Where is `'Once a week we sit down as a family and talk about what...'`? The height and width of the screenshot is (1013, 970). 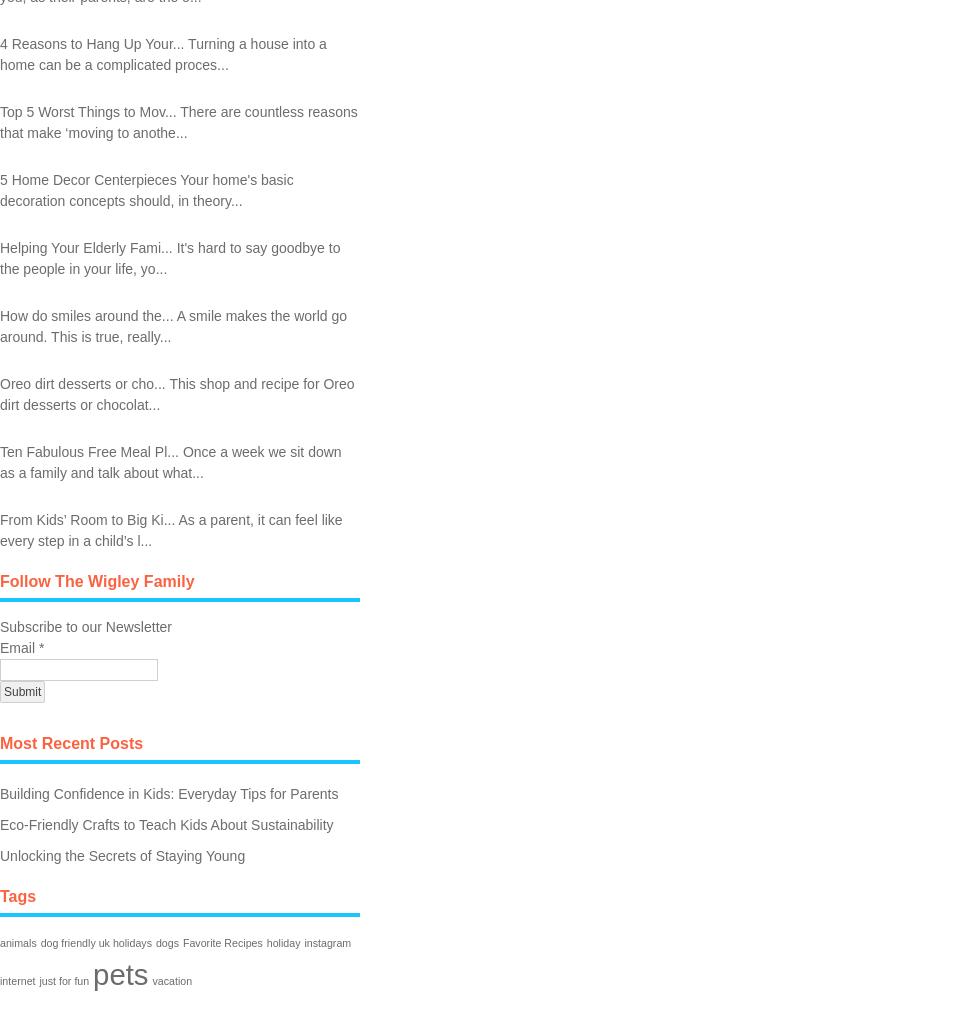
'Once a week we sit down as a family and talk about what...' is located at coordinates (169, 460).